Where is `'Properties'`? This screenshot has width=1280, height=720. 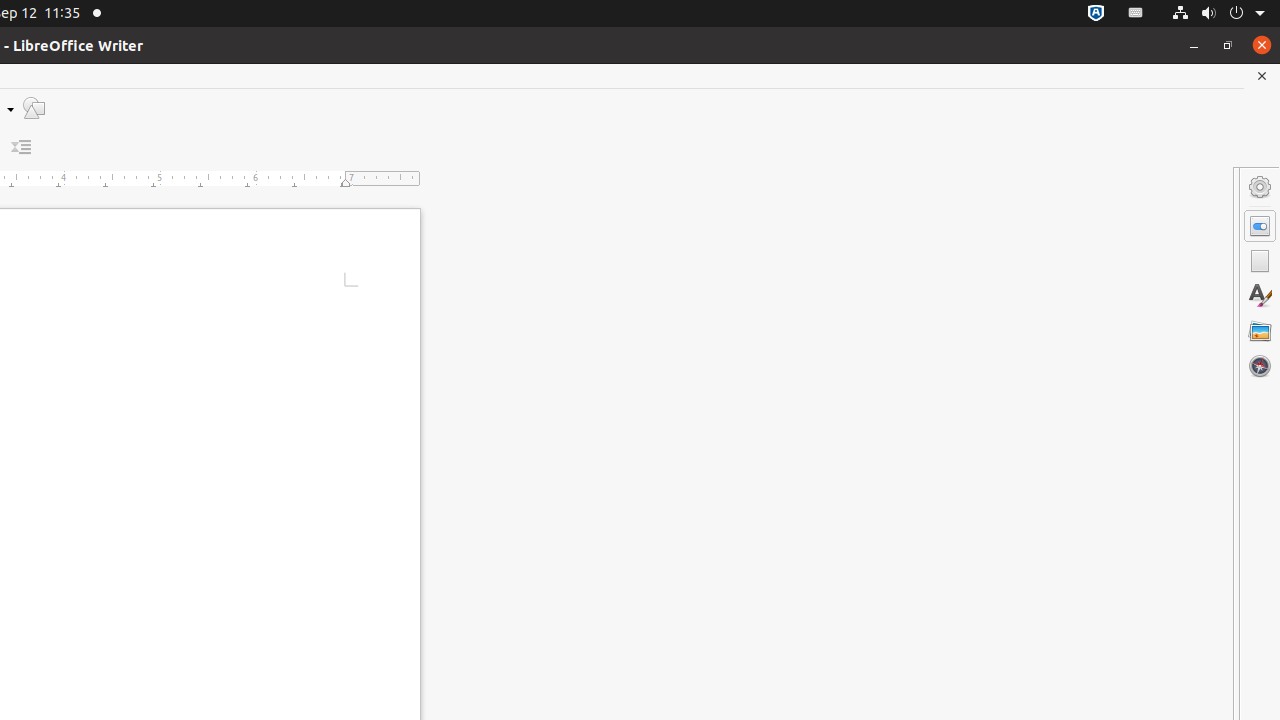 'Properties' is located at coordinates (1259, 225).